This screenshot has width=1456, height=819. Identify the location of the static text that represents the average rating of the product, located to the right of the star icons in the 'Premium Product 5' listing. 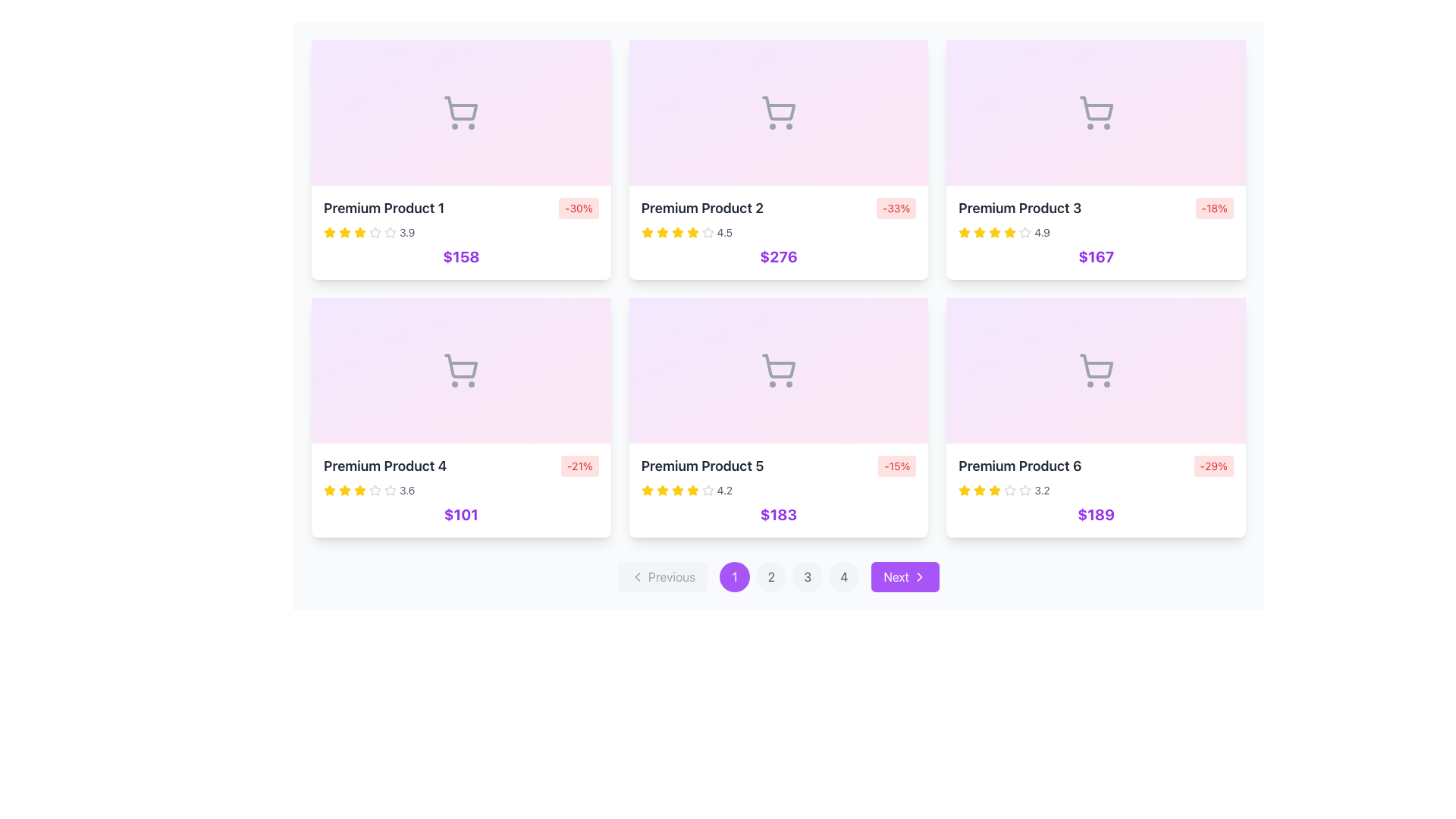
(723, 491).